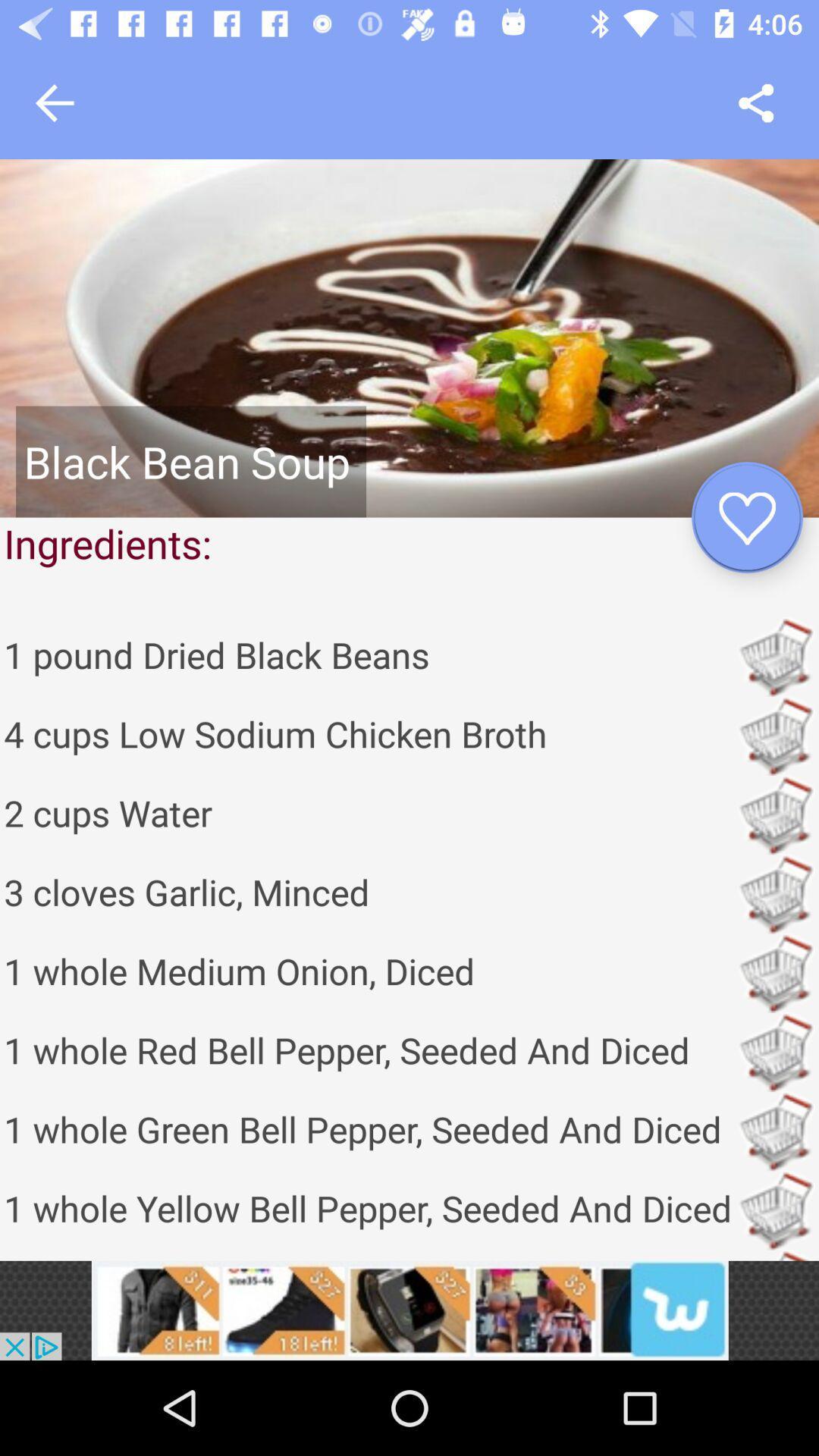 This screenshot has height=1456, width=819. What do you see at coordinates (409, 1310) in the screenshot?
I see `advertisement` at bounding box center [409, 1310].